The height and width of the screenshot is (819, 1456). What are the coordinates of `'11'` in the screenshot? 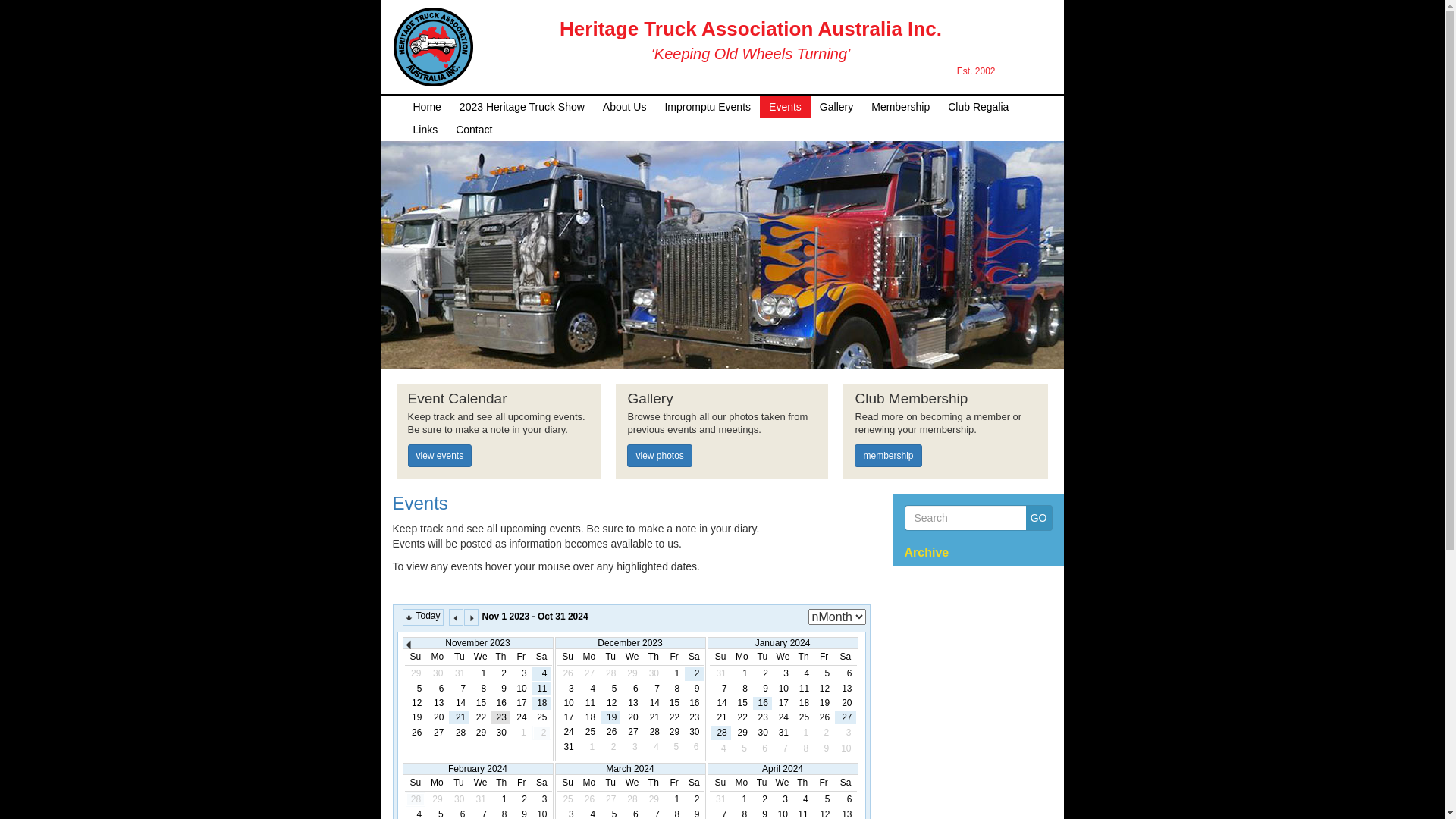 It's located at (579, 703).